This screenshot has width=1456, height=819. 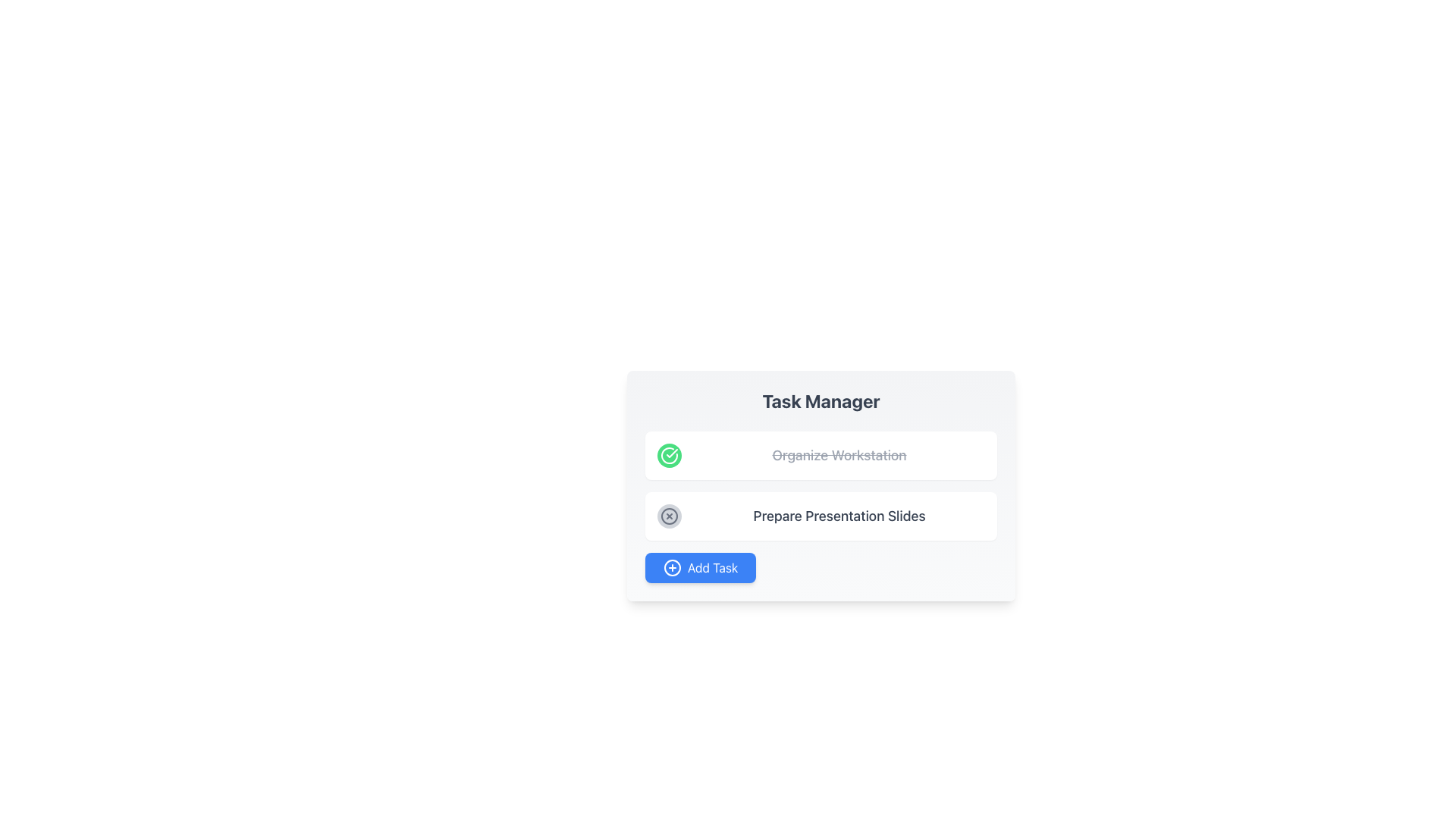 What do you see at coordinates (821, 516) in the screenshot?
I see `the 'Prepare Presentation Slides' task item` at bounding box center [821, 516].